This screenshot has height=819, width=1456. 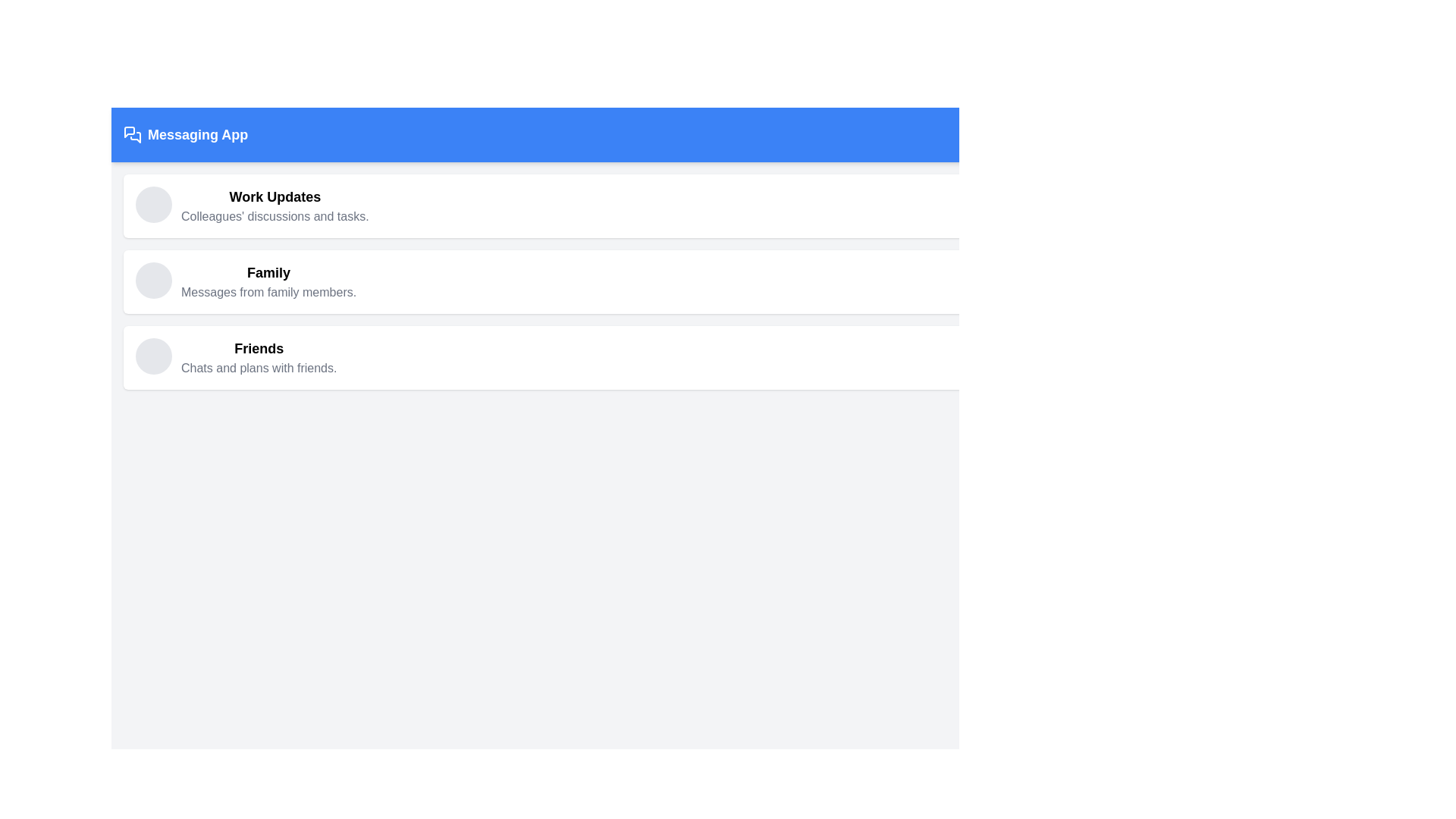 What do you see at coordinates (268, 271) in the screenshot?
I see `the 'Family' section heading text label, which is positioned directly above the 'Messages from family members' text` at bounding box center [268, 271].